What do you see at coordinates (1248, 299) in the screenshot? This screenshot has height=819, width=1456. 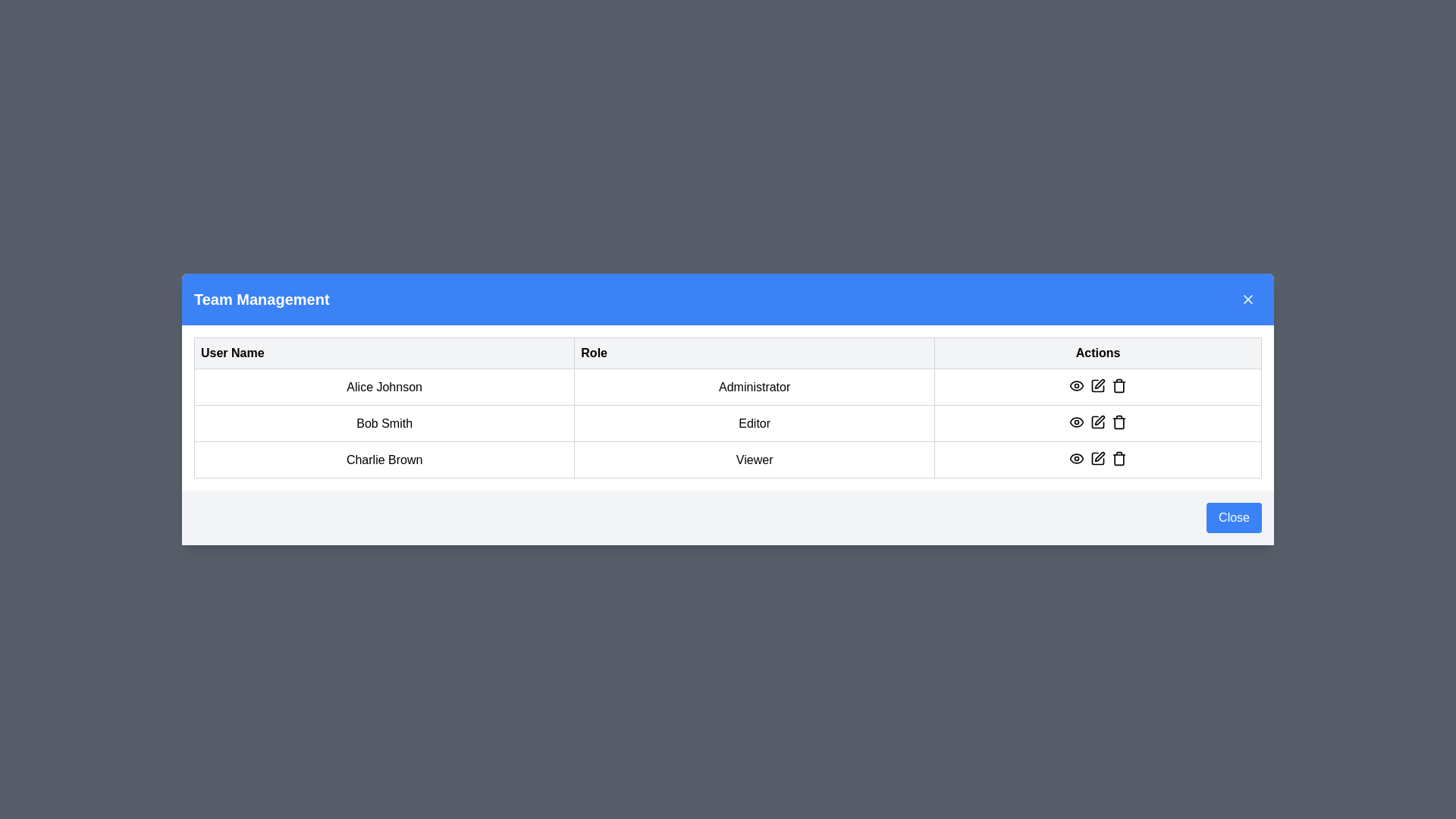 I see `the close button located in the top-right corner of the 'Team Management' header` at bounding box center [1248, 299].